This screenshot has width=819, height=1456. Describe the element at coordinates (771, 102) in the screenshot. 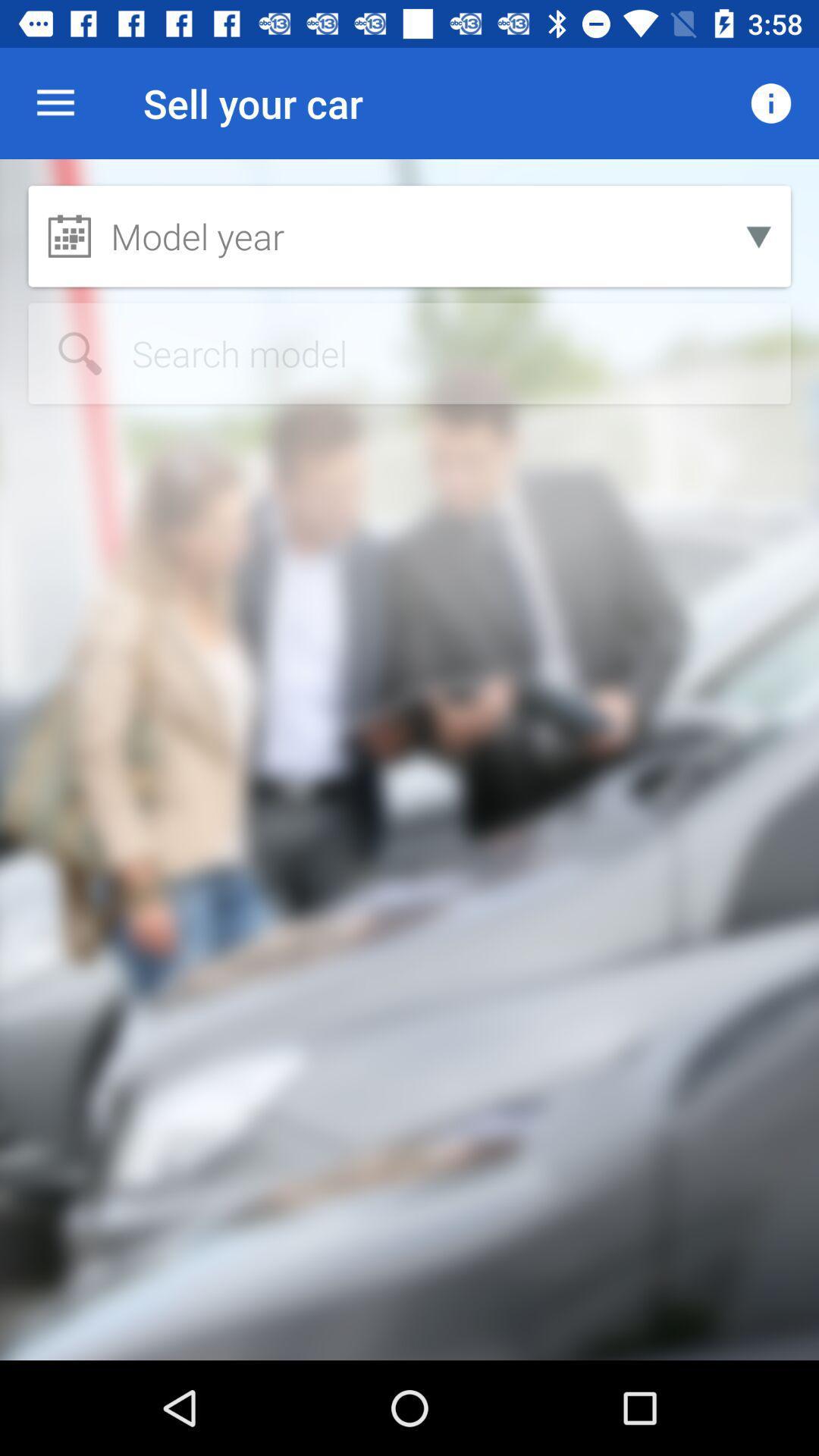

I see `the icon next to sell your car item` at that location.